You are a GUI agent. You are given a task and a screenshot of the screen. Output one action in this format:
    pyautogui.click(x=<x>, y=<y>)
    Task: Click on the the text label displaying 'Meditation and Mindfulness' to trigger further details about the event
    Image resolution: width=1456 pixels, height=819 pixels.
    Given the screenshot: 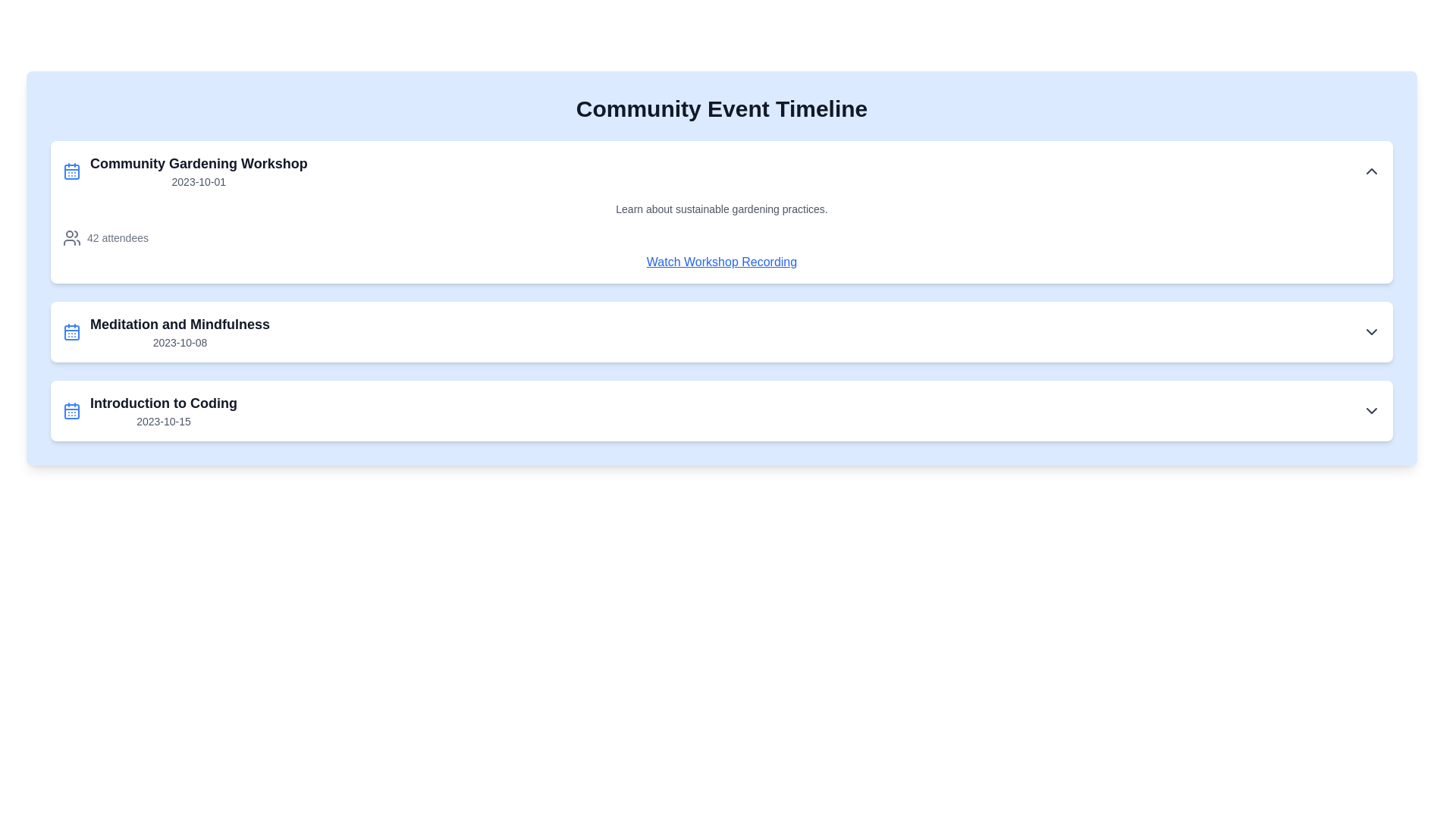 What is the action you would take?
    pyautogui.click(x=180, y=324)
    